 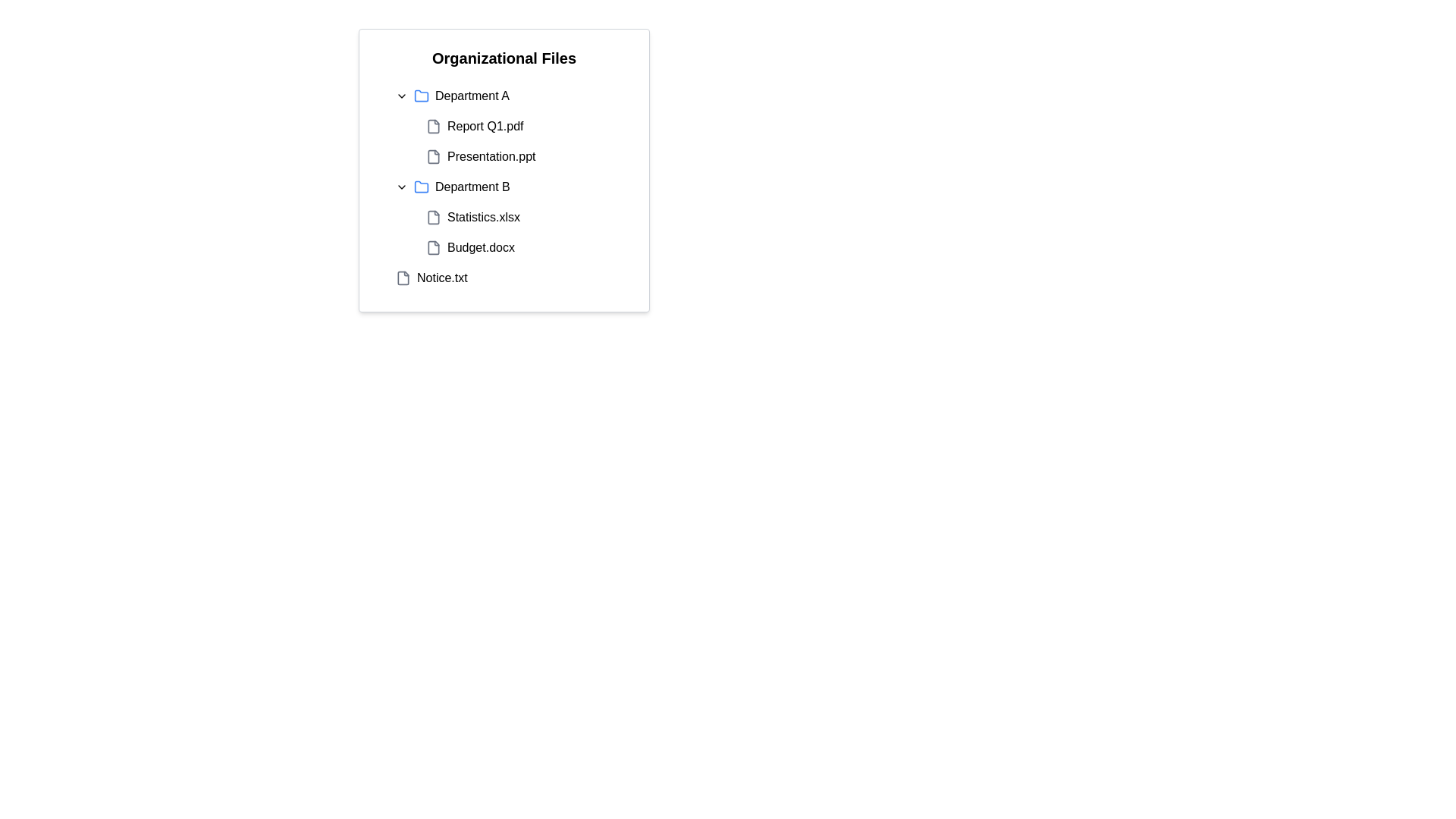 What do you see at coordinates (401, 186) in the screenshot?
I see `the downward-pointing chevron icon in the 'Department B' row to trigger possible highlighting` at bounding box center [401, 186].